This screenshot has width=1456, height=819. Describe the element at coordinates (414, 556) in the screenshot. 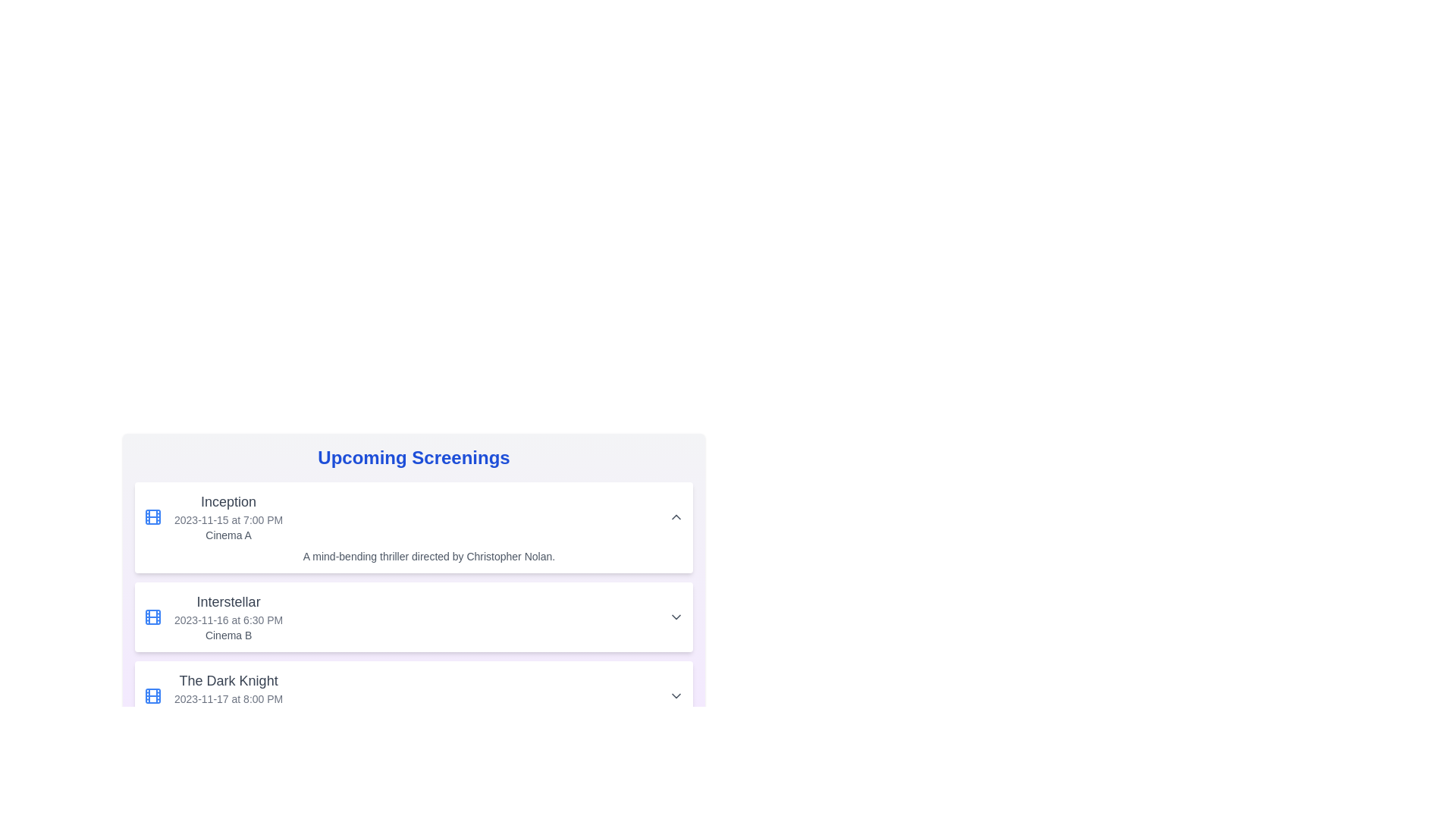

I see `the descriptive summary text of the movie 'Inception' located at the bottom of the first event card` at that location.